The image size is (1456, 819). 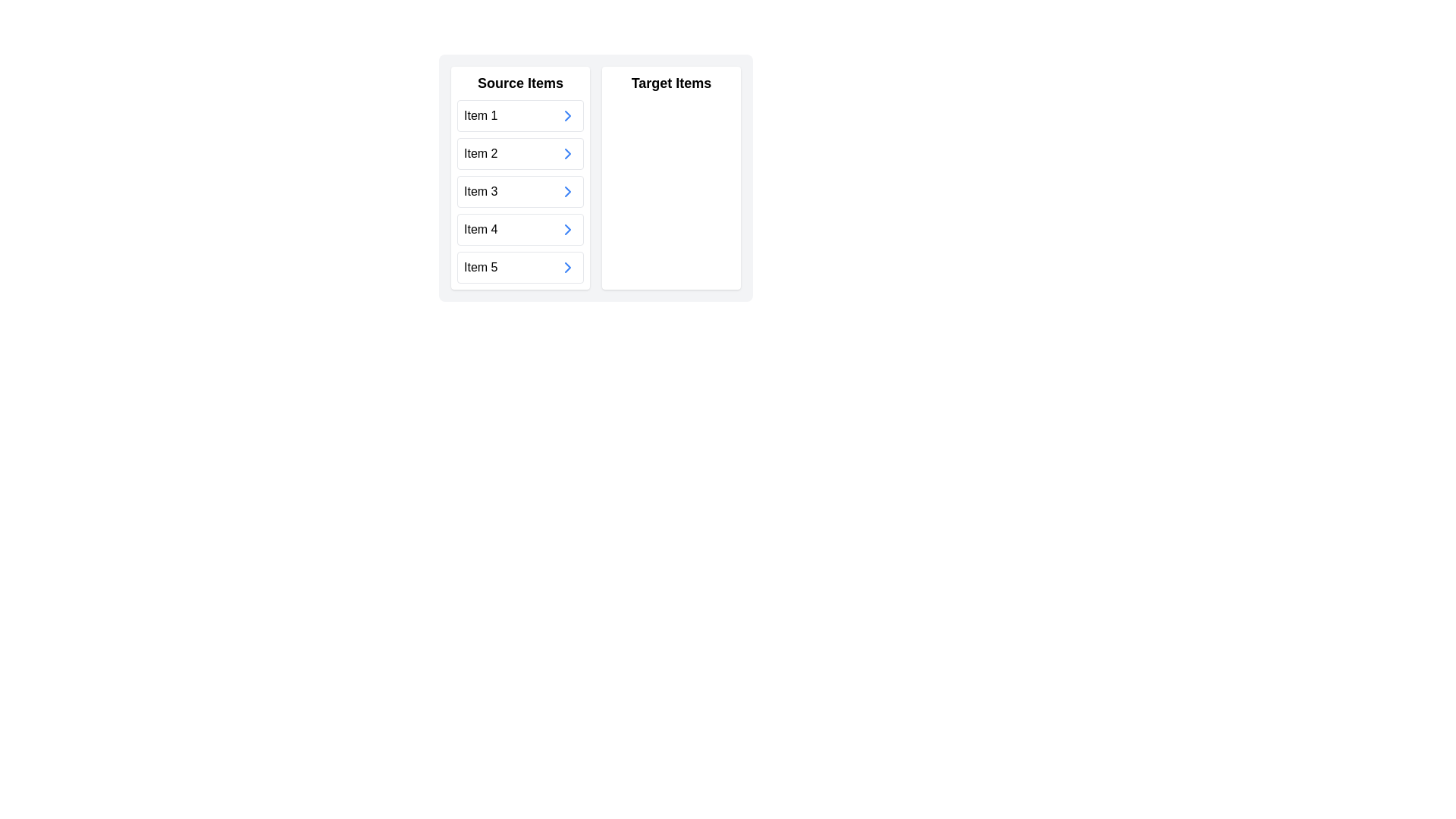 What do you see at coordinates (670, 83) in the screenshot?
I see `the bold, black-colored text displaying the title 'Target Items' located in the upper section of a white rectangular panel on the right side of a two-panel layout` at bounding box center [670, 83].